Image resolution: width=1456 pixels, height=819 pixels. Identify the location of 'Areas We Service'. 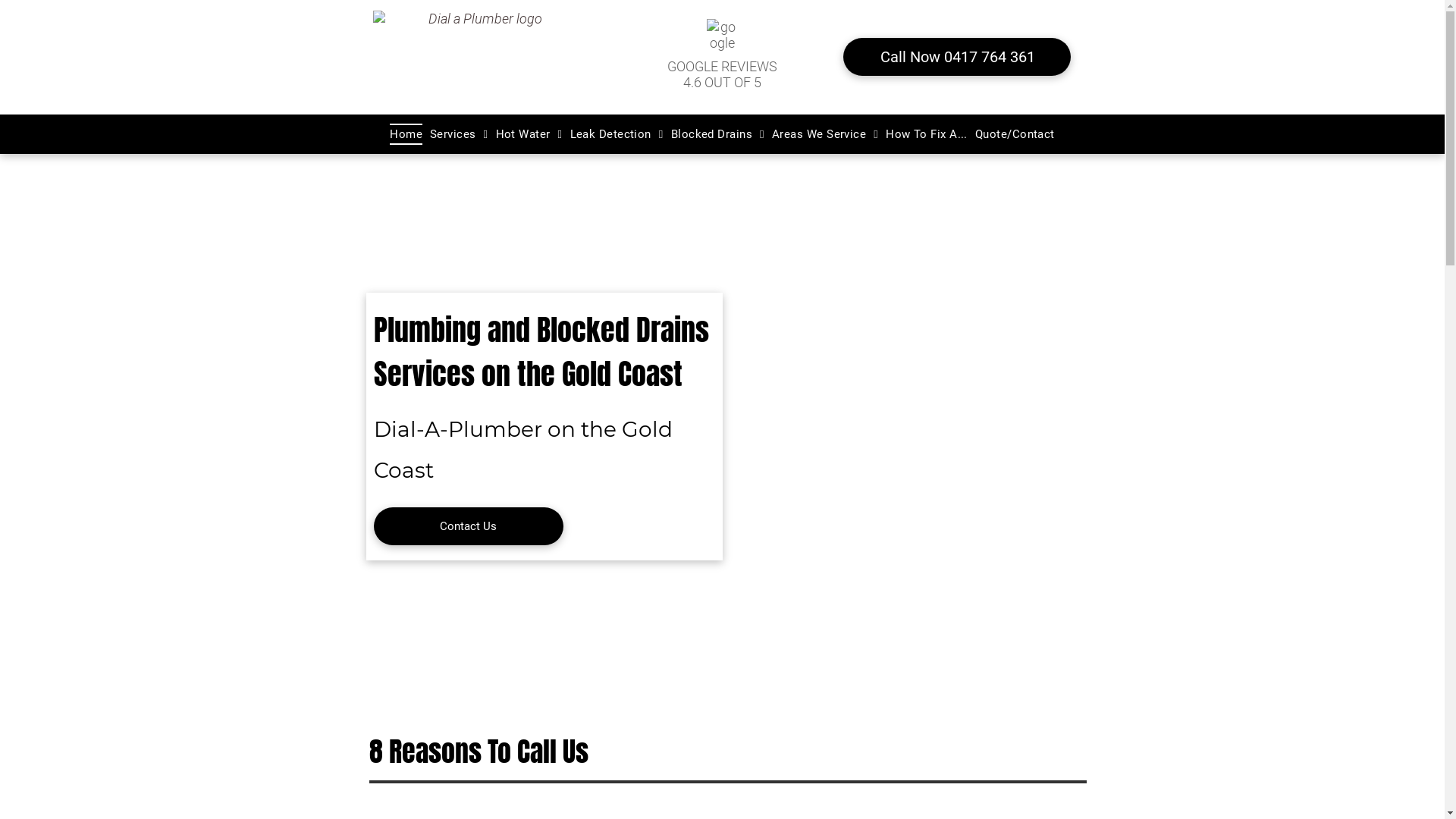
(824, 133).